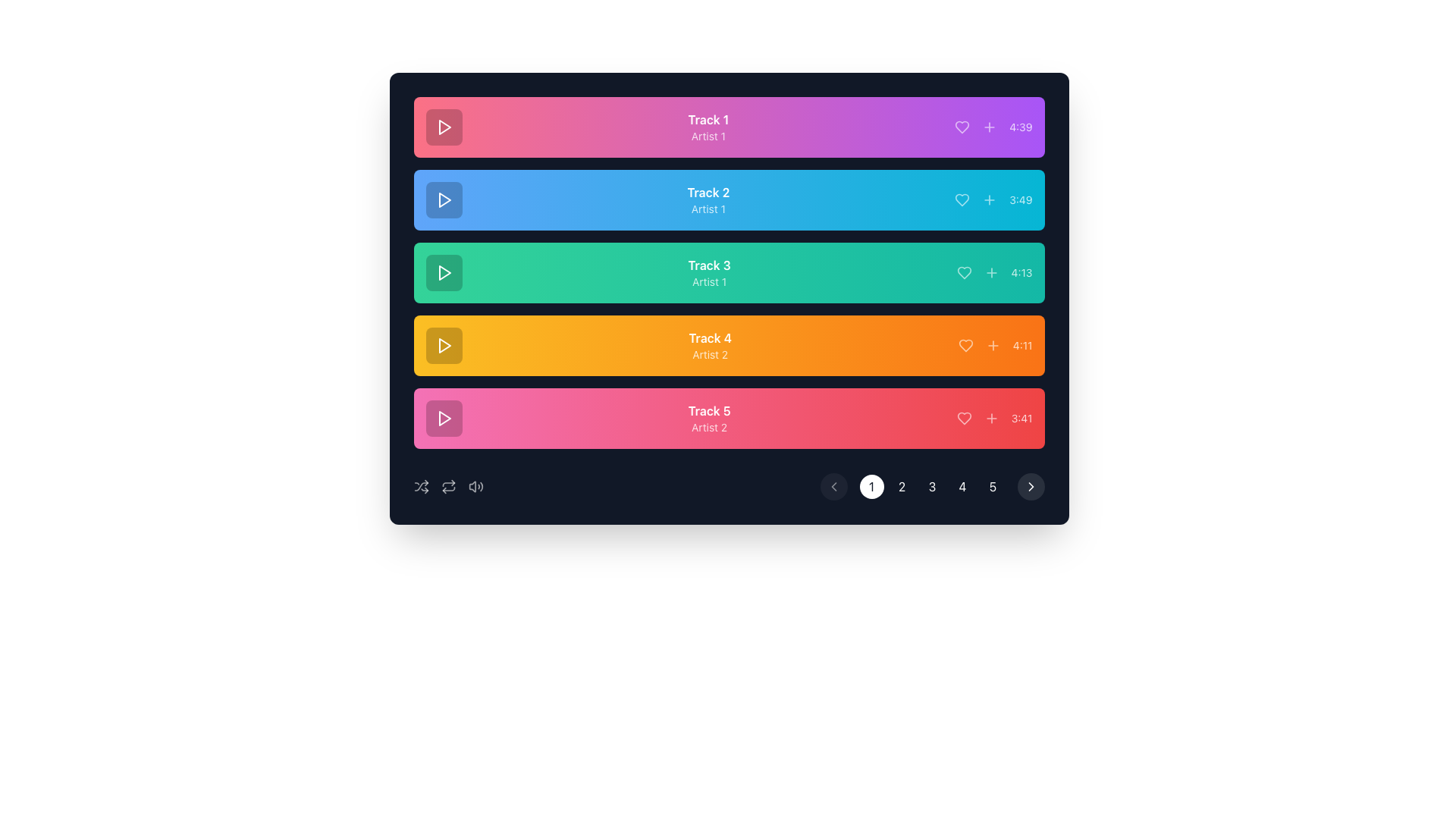  I want to click on the small triangular play button within the circular boundary located on the leftmost side of the blue segment associated with 'Track 2' to initiate playback of the track, so click(444, 199).